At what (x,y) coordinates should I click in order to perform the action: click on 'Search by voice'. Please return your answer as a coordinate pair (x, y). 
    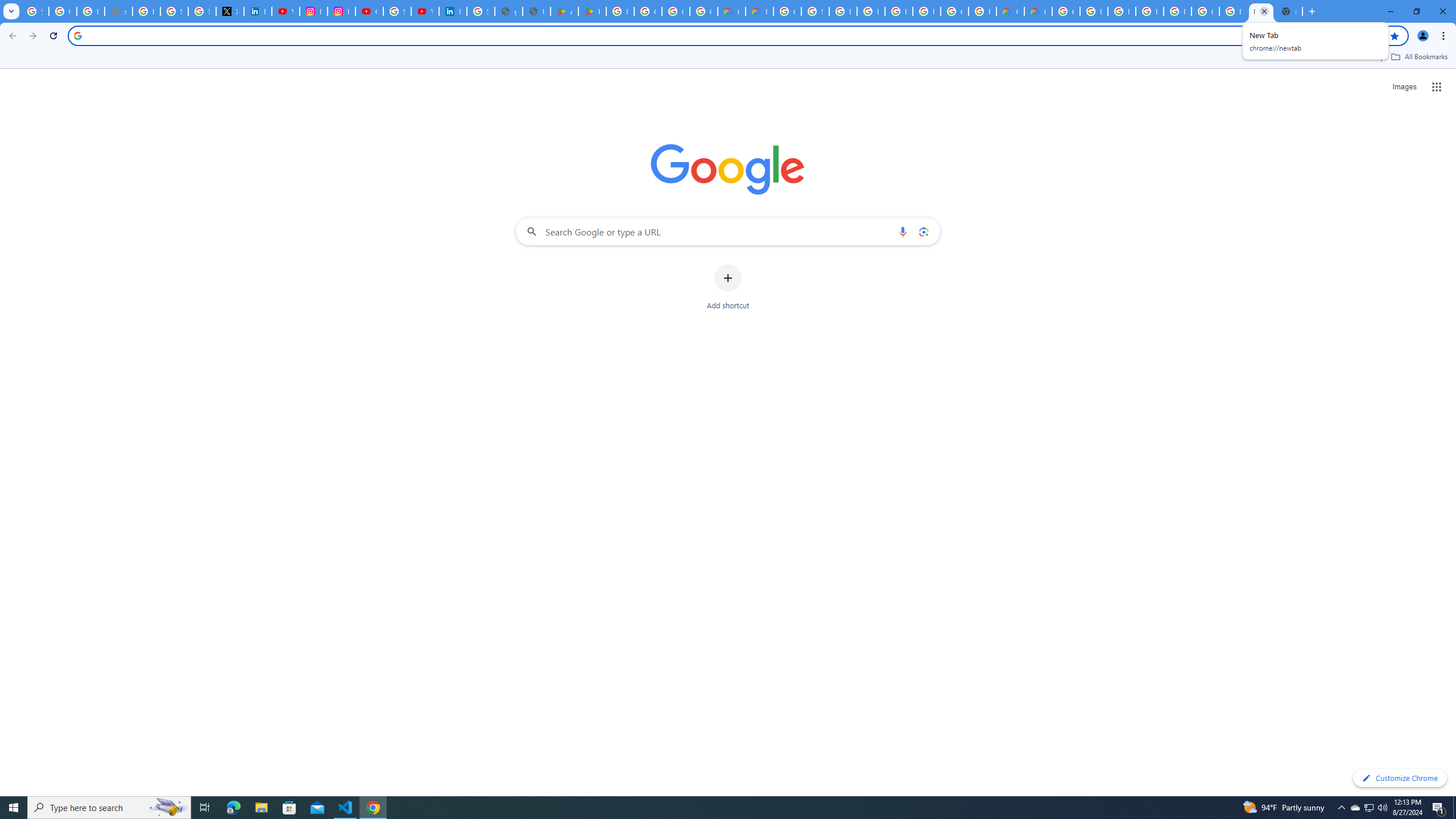
    Looking at the image, I should click on (902, 230).